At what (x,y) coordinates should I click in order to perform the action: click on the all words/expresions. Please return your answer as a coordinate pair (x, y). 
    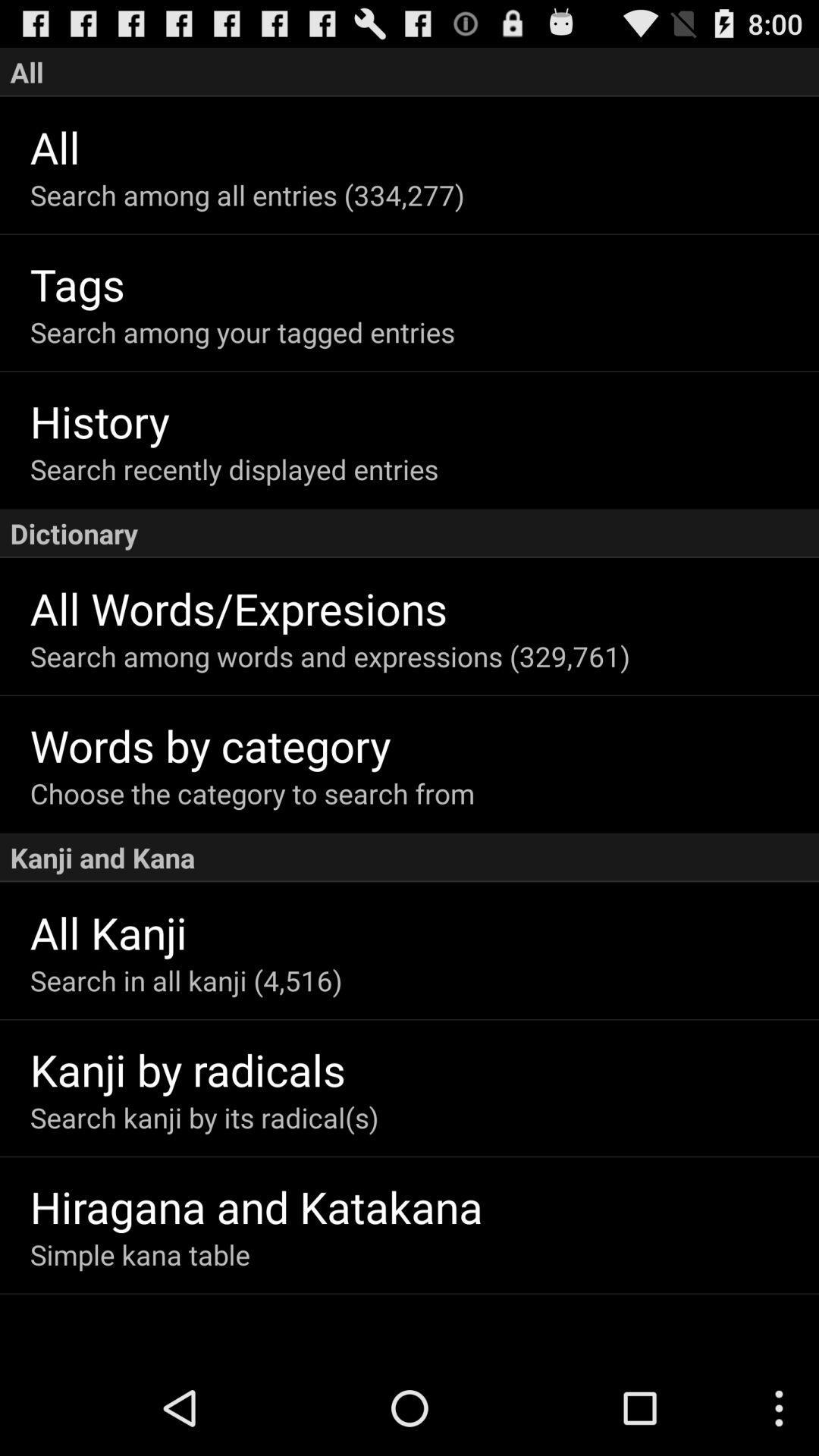
    Looking at the image, I should click on (424, 608).